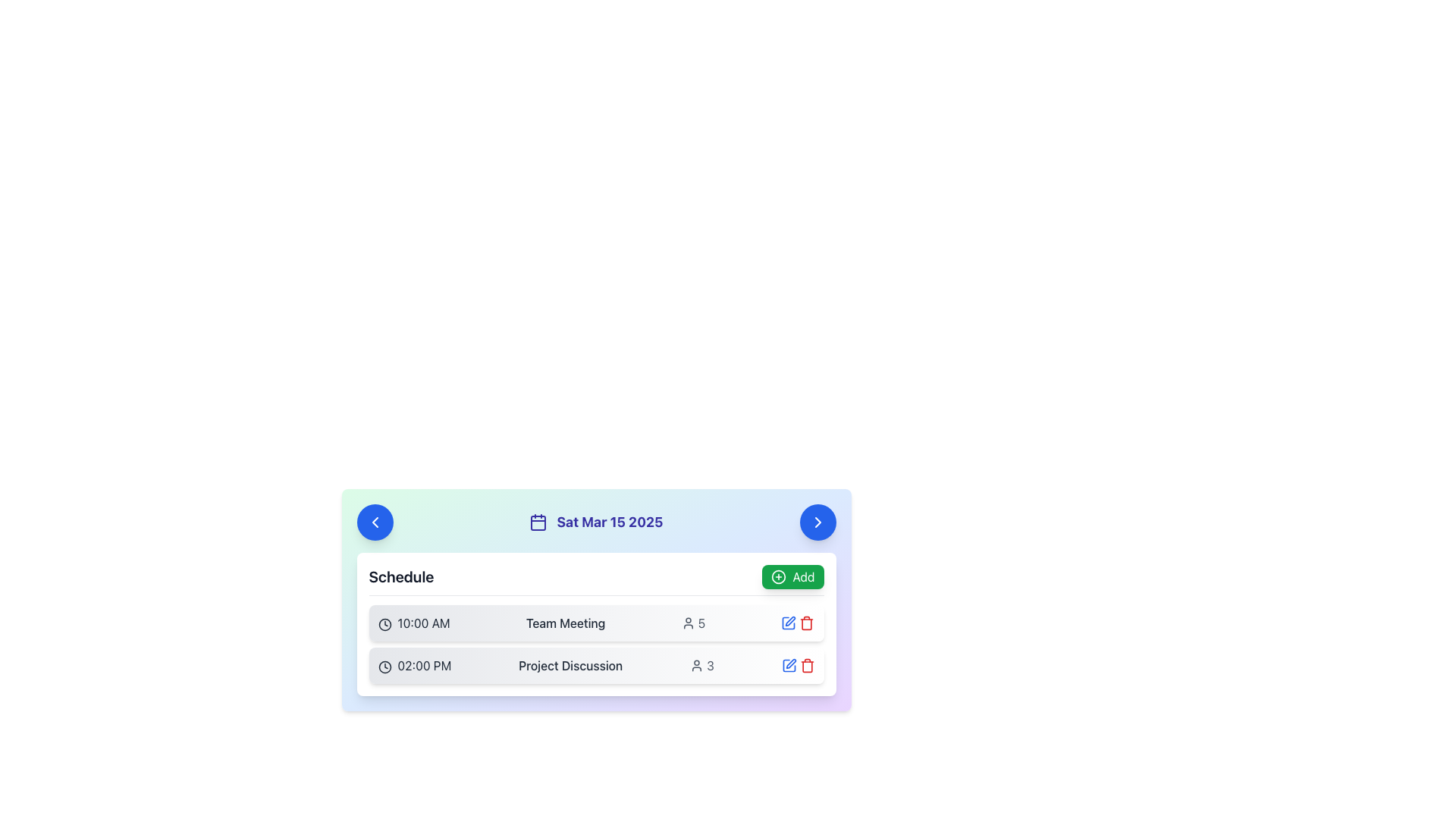 This screenshot has width=1456, height=819. What do you see at coordinates (375, 522) in the screenshot?
I see `the leftward-pointing chevron icon rendered in white on a blue circular background located at the top-left corner of the card interface` at bounding box center [375, 522].